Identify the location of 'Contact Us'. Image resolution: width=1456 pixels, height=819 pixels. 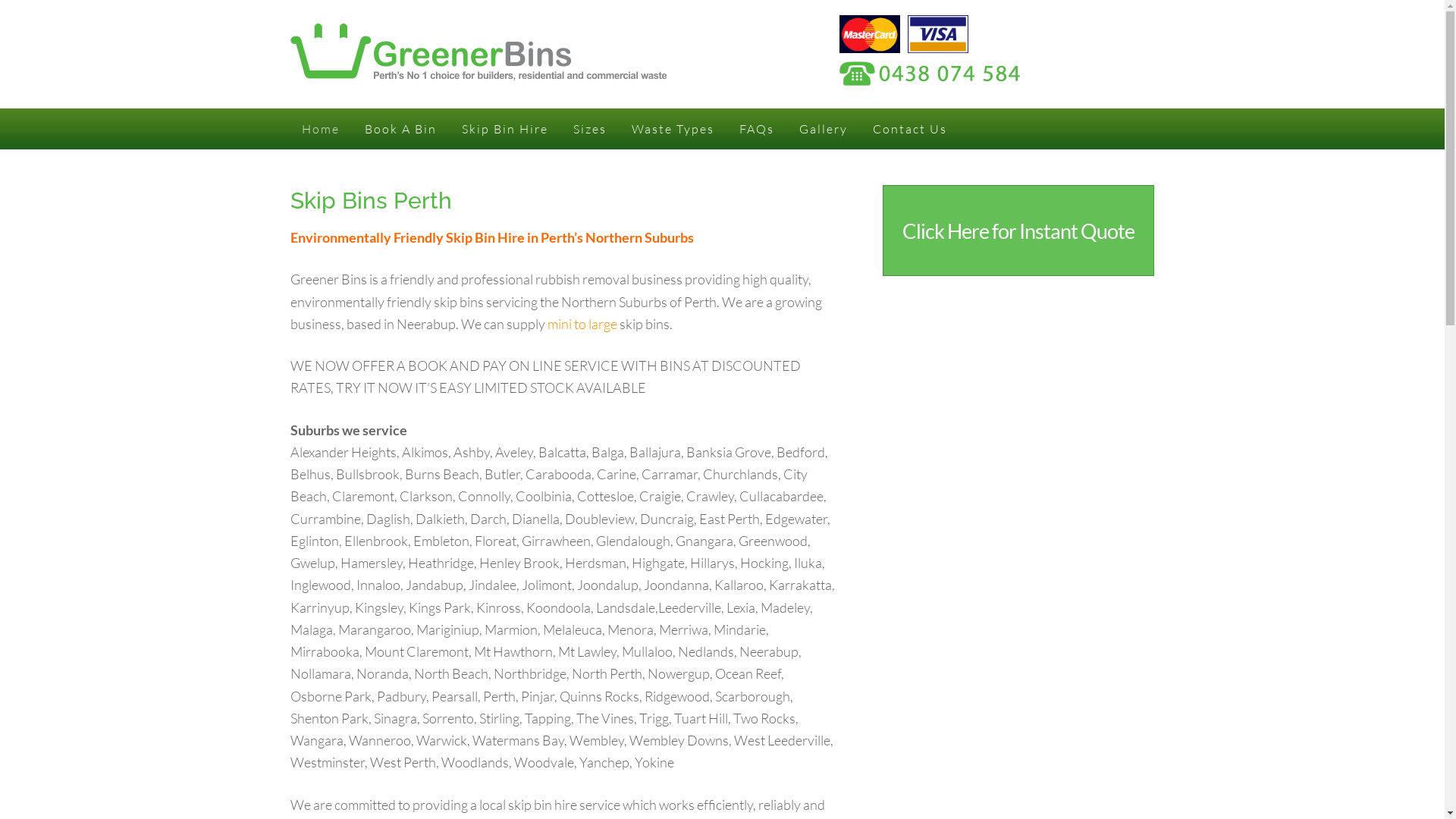
(910, 127).